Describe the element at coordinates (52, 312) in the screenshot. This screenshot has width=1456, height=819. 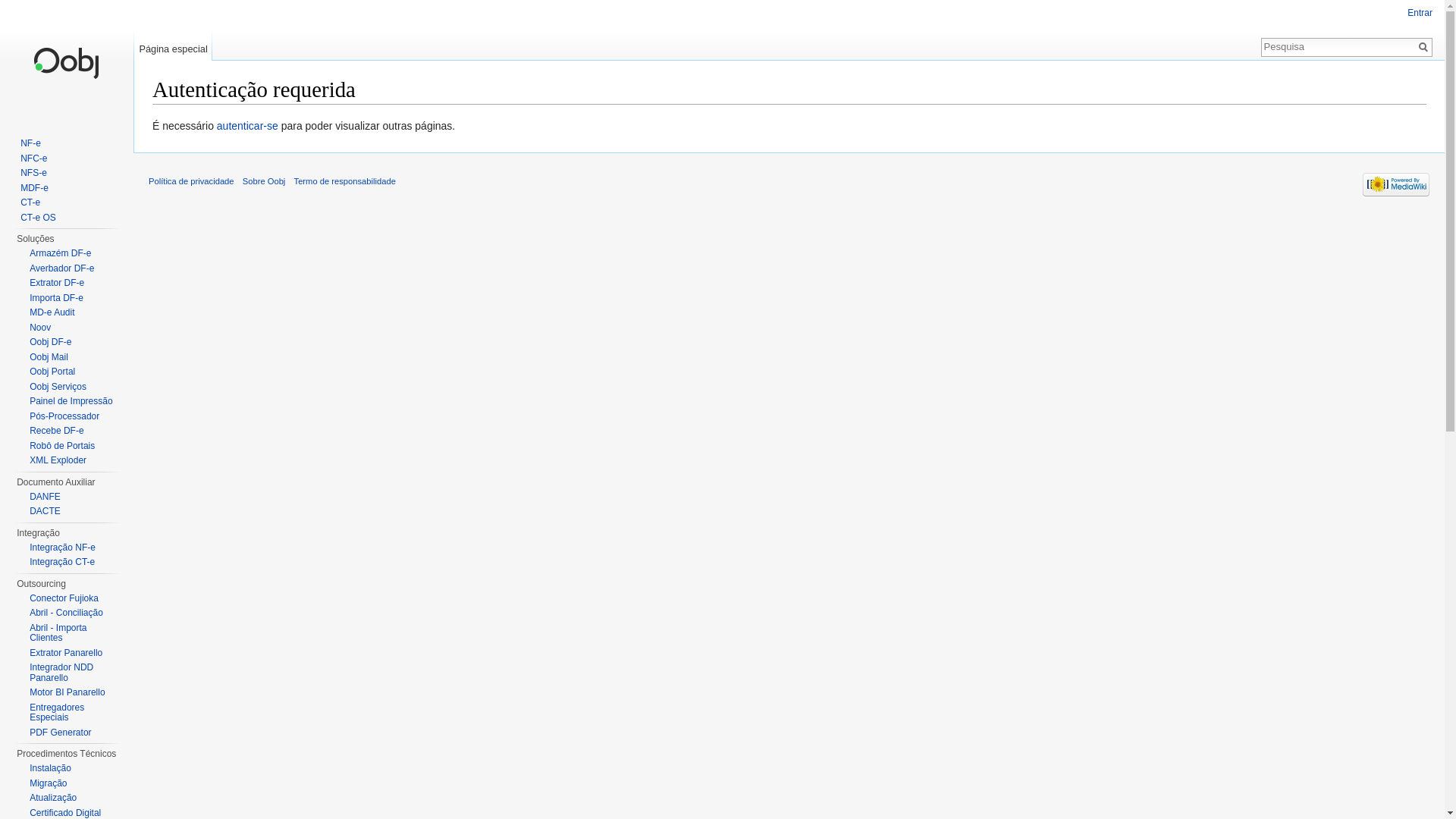
I see `'MD-e Audit'` at that location.